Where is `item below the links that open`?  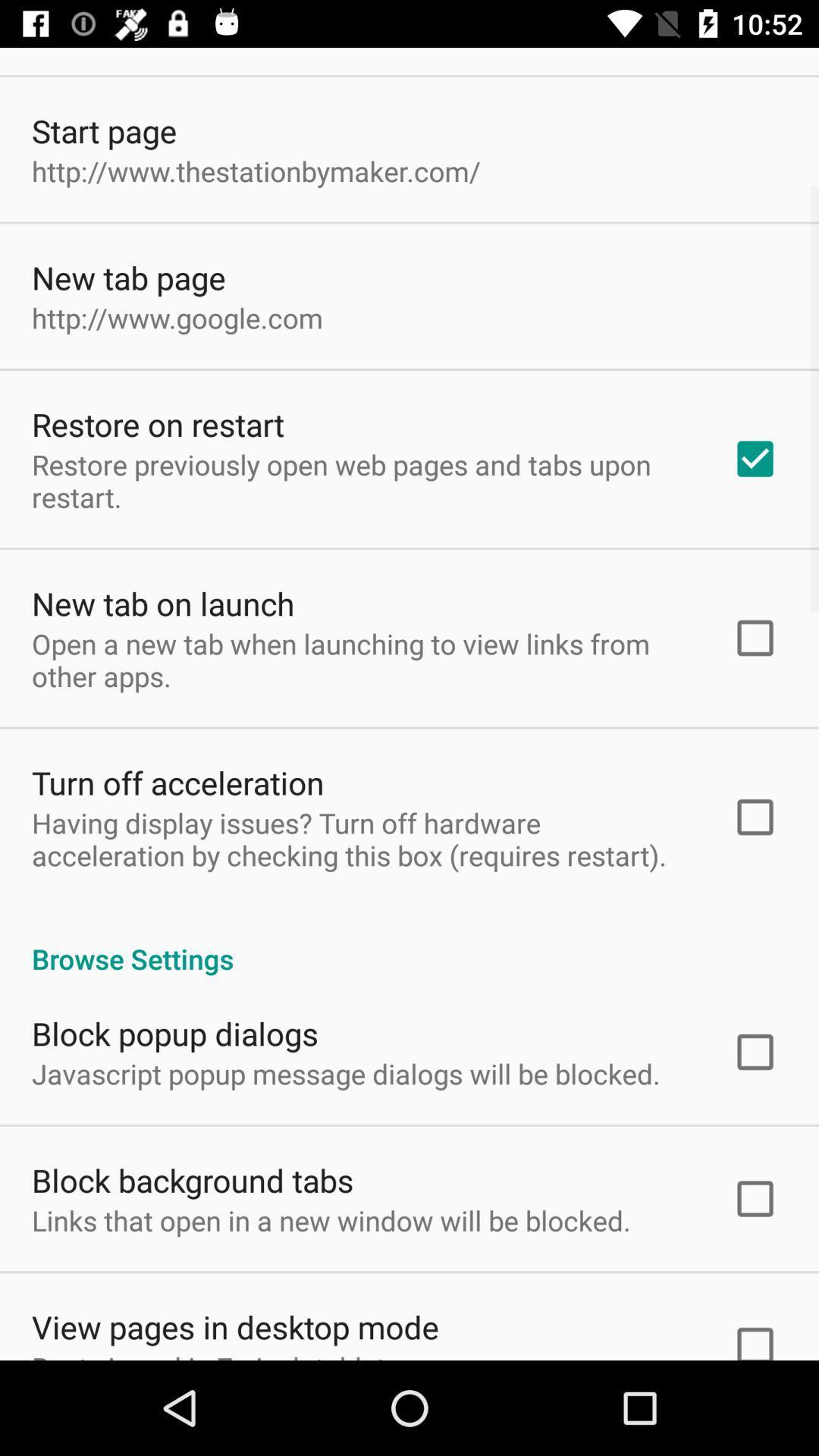
item below the links that open is located at coordinates (235, 1326).